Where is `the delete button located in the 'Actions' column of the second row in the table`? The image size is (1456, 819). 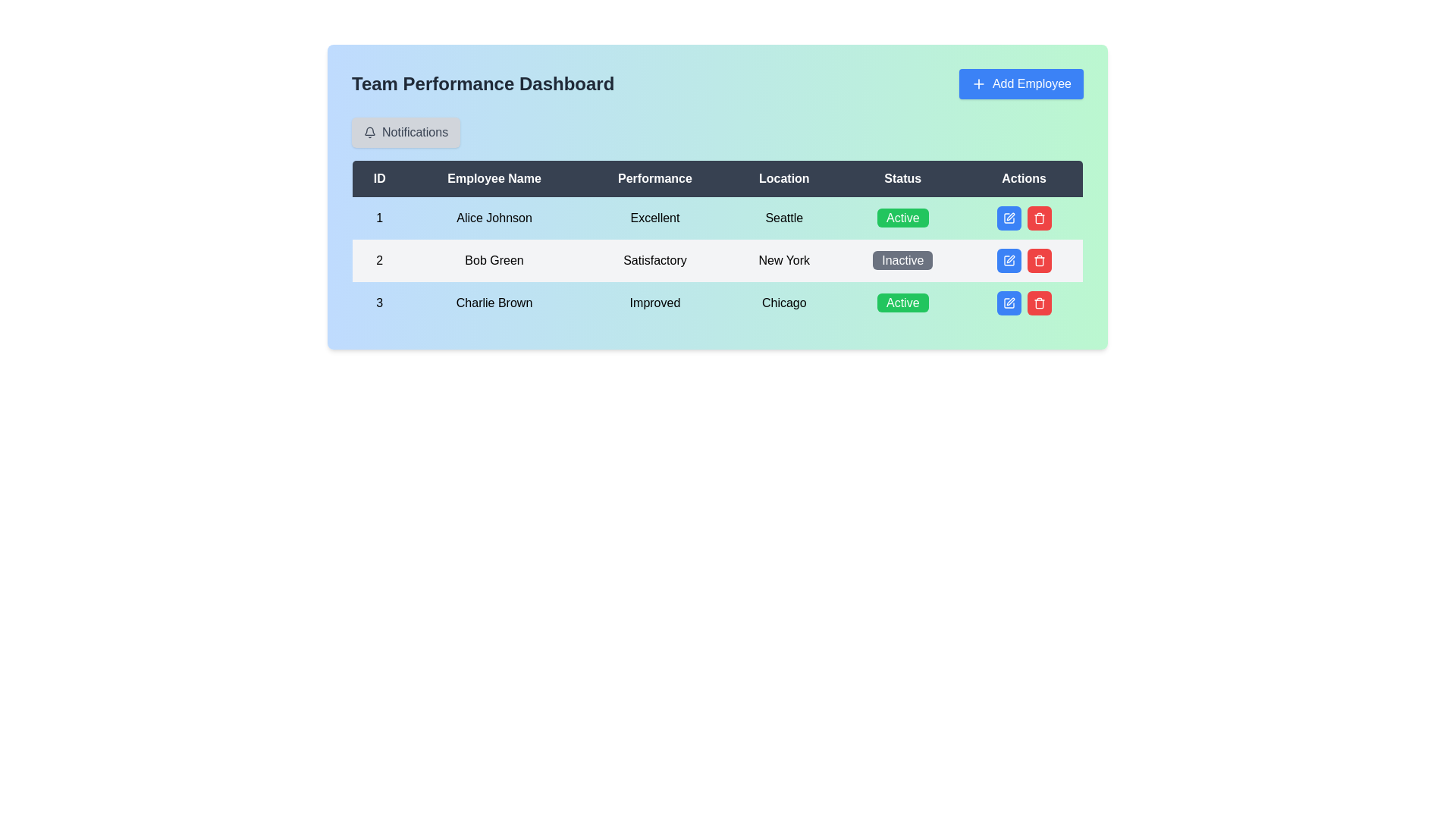
the delete button located in the 'Actions' column of the second row in the table is located at coordinates (1038, 218).